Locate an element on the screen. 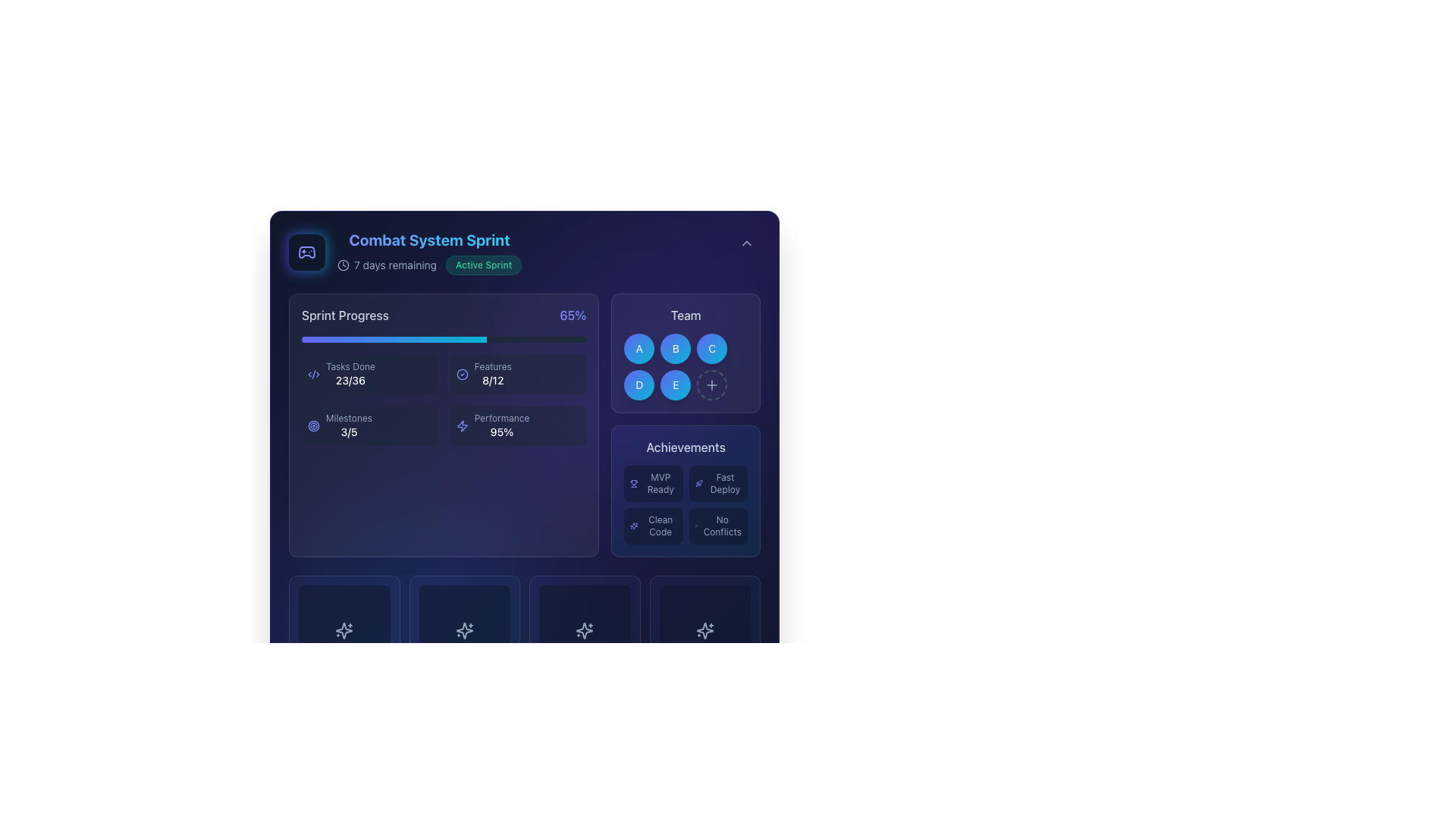  the decorative icon located to the left of the 'Clean Code' text in the 'Achievements' section to visually reinforce the label is located at coordinates (634, 526).